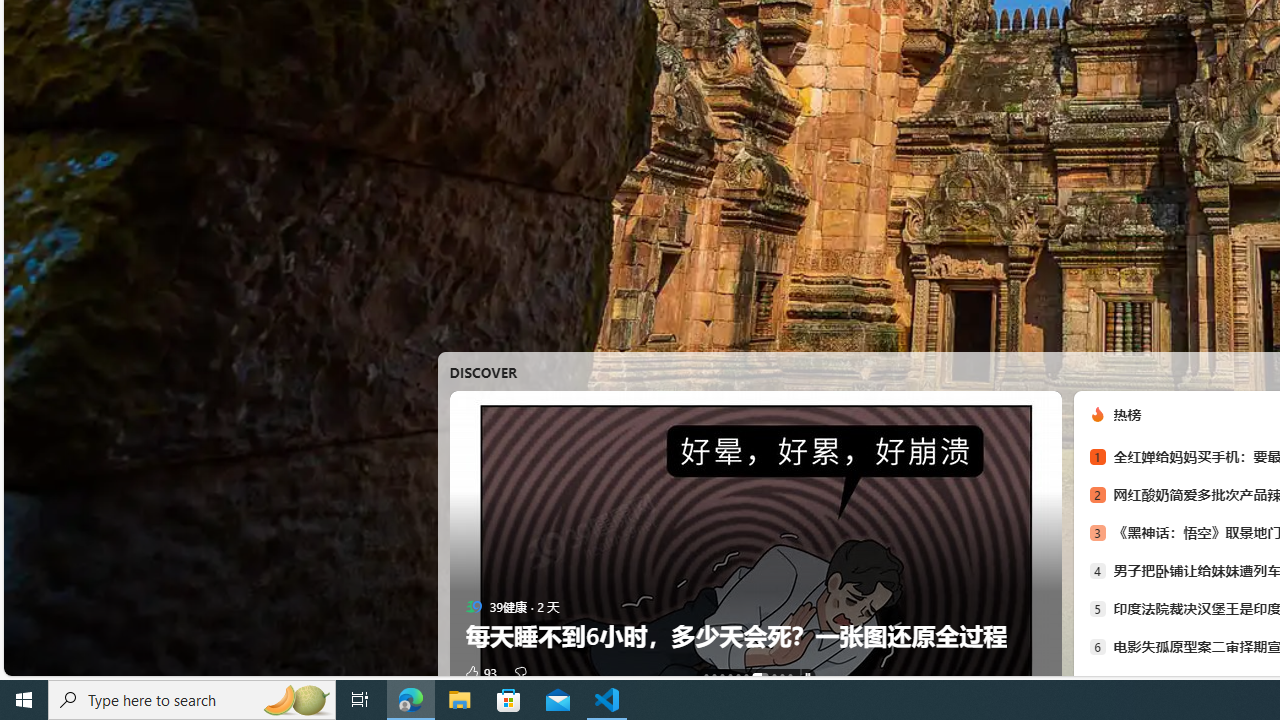  I want to click on 'AutomationID: tab-2', so click(720, 675).